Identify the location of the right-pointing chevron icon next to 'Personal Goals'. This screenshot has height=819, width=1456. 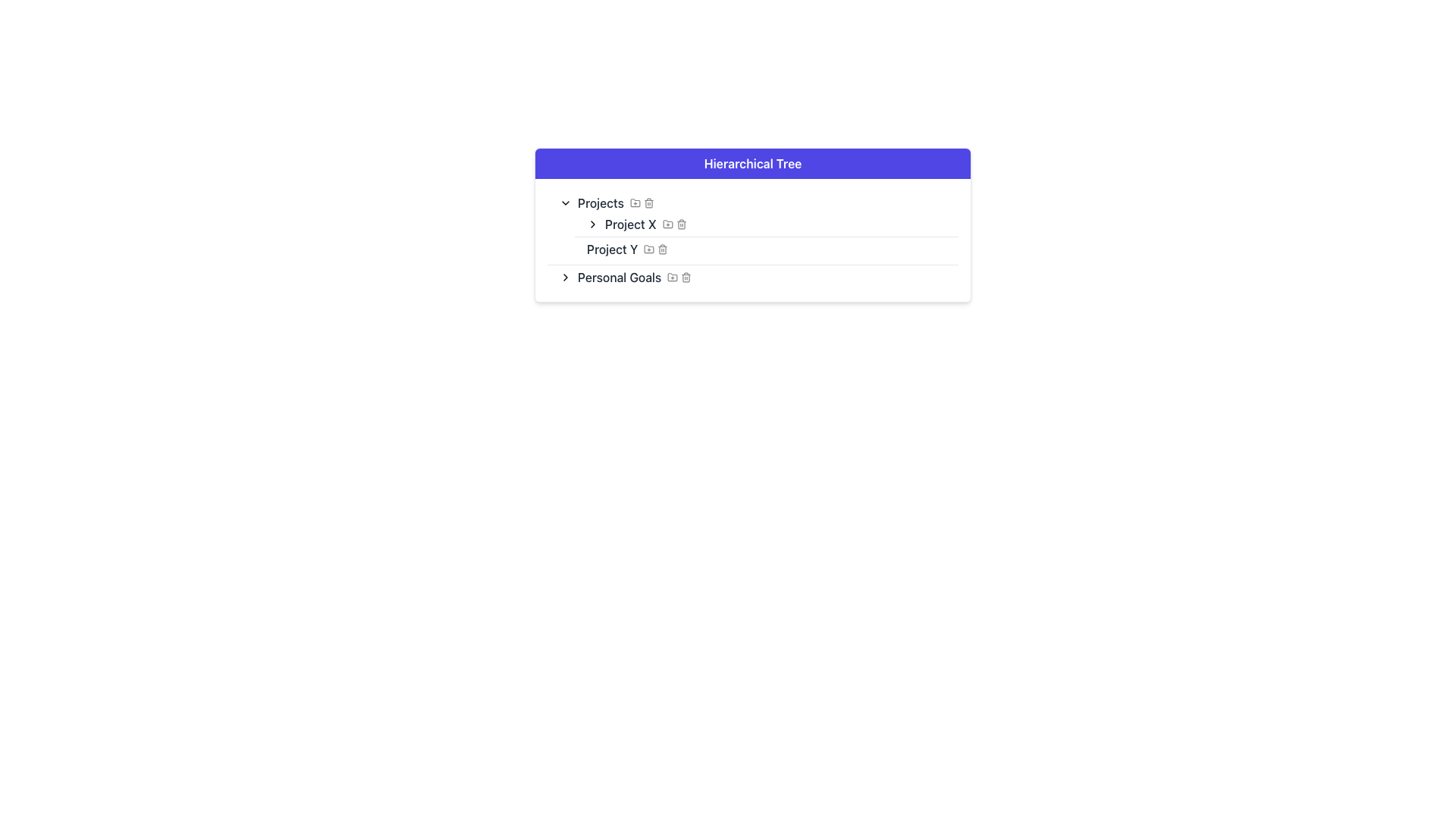
(564, 278).